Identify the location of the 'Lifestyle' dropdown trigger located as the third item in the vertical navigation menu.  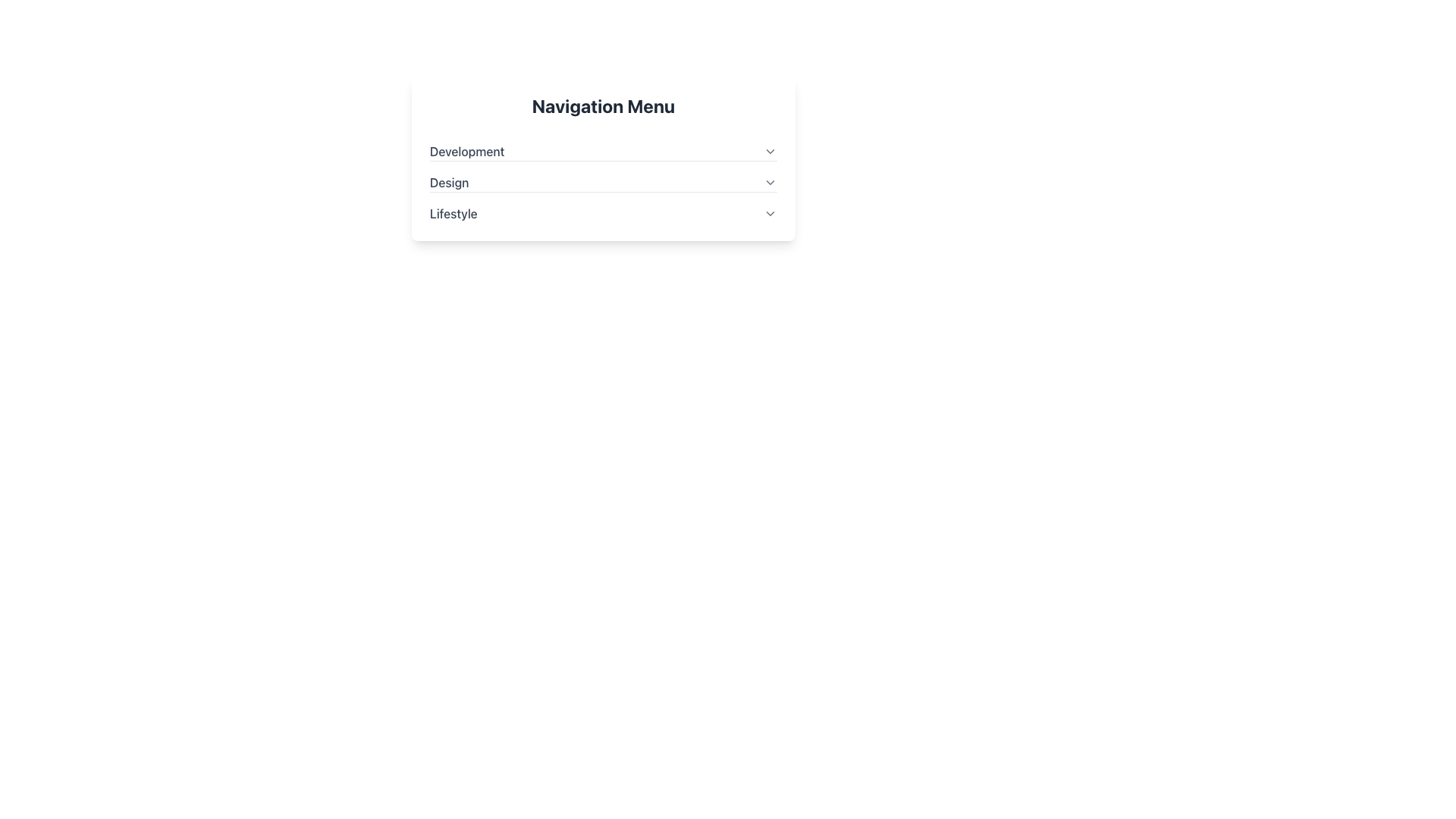
(603, 213).